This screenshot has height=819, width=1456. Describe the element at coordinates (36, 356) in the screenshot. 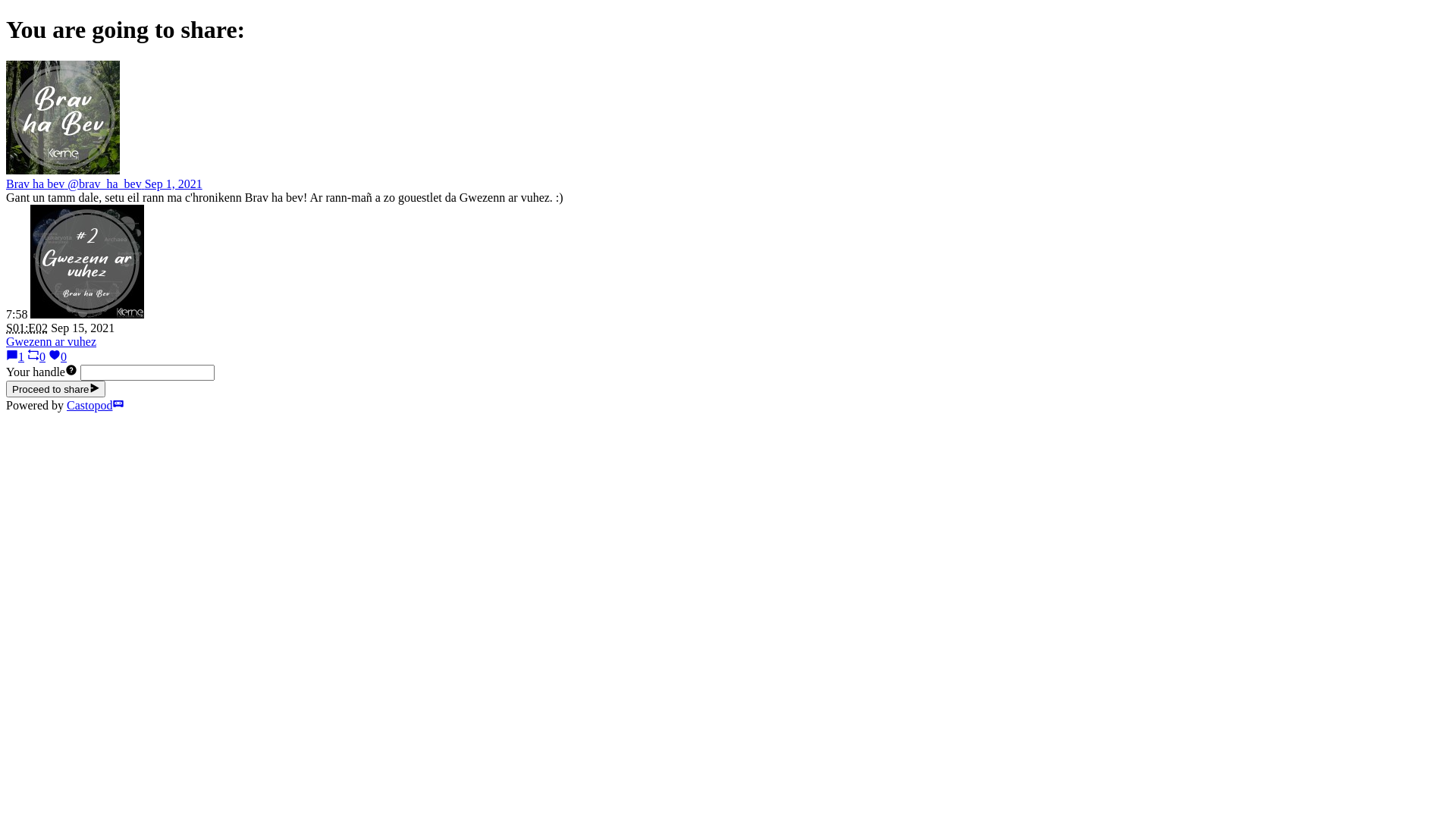

I see `'0'` at that location.